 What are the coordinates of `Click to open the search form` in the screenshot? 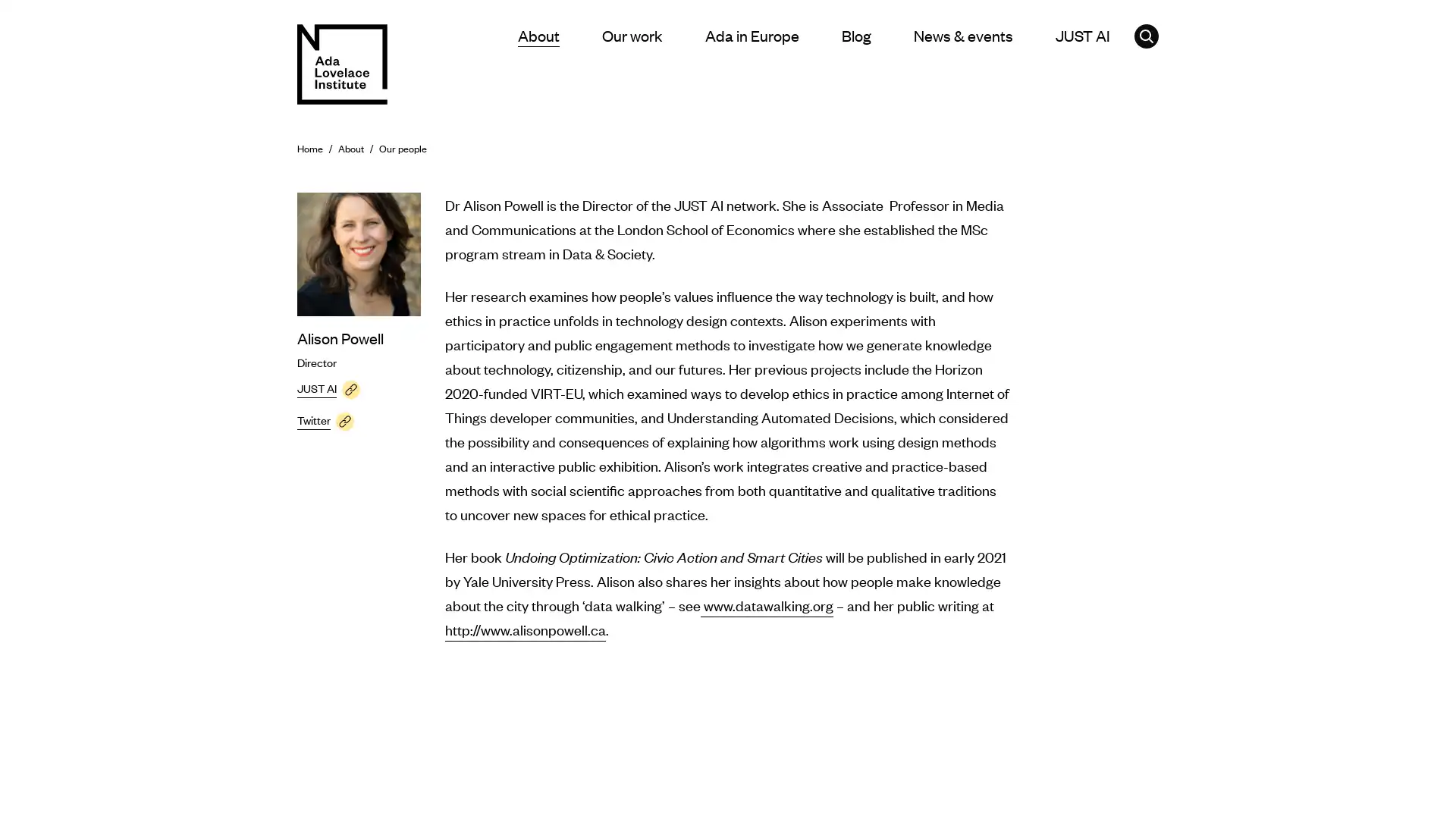 It's located at (1147, 35).